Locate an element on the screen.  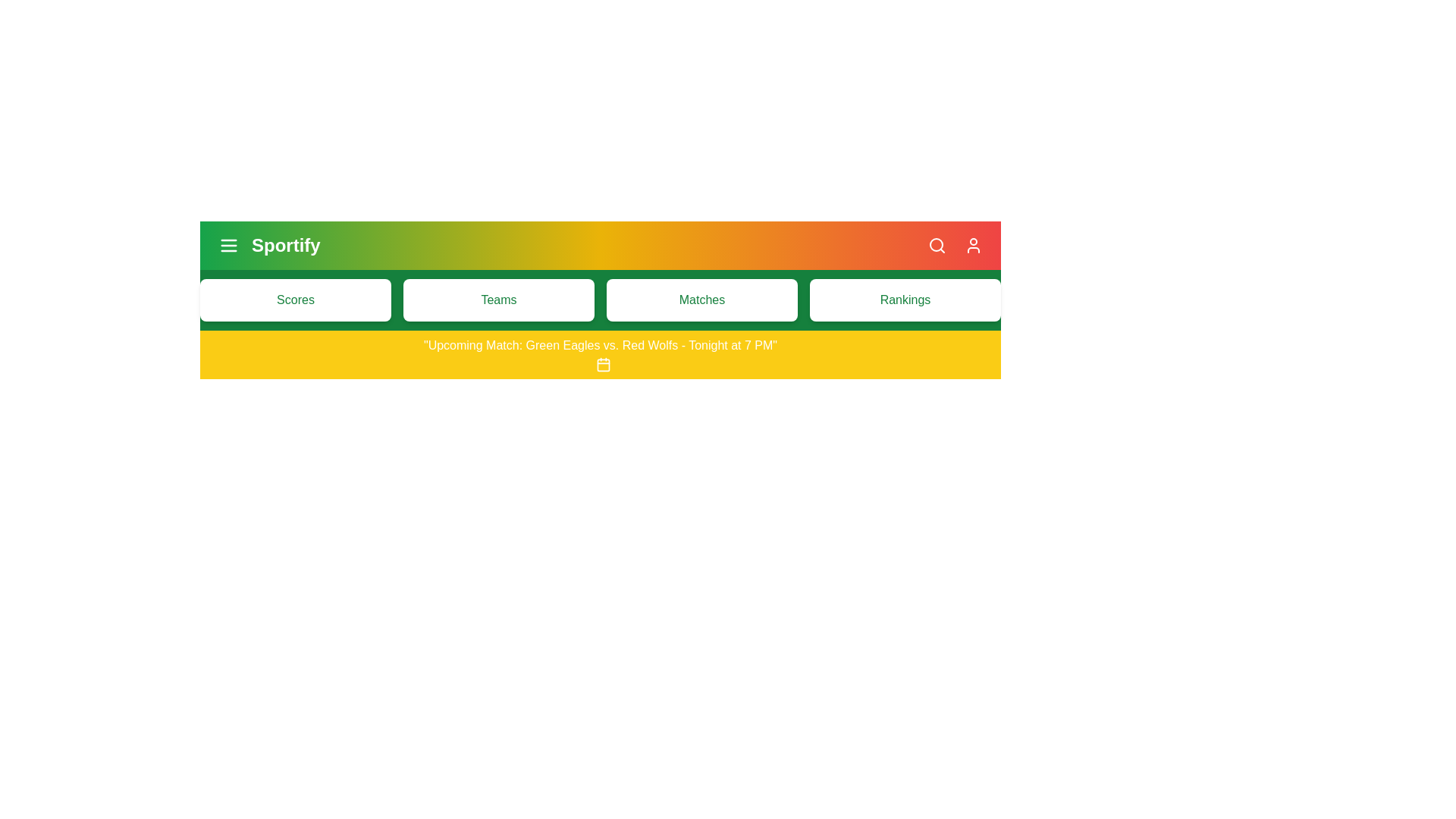
the menu icon to toggle the menu visibility is located at coordinates (228, 245).